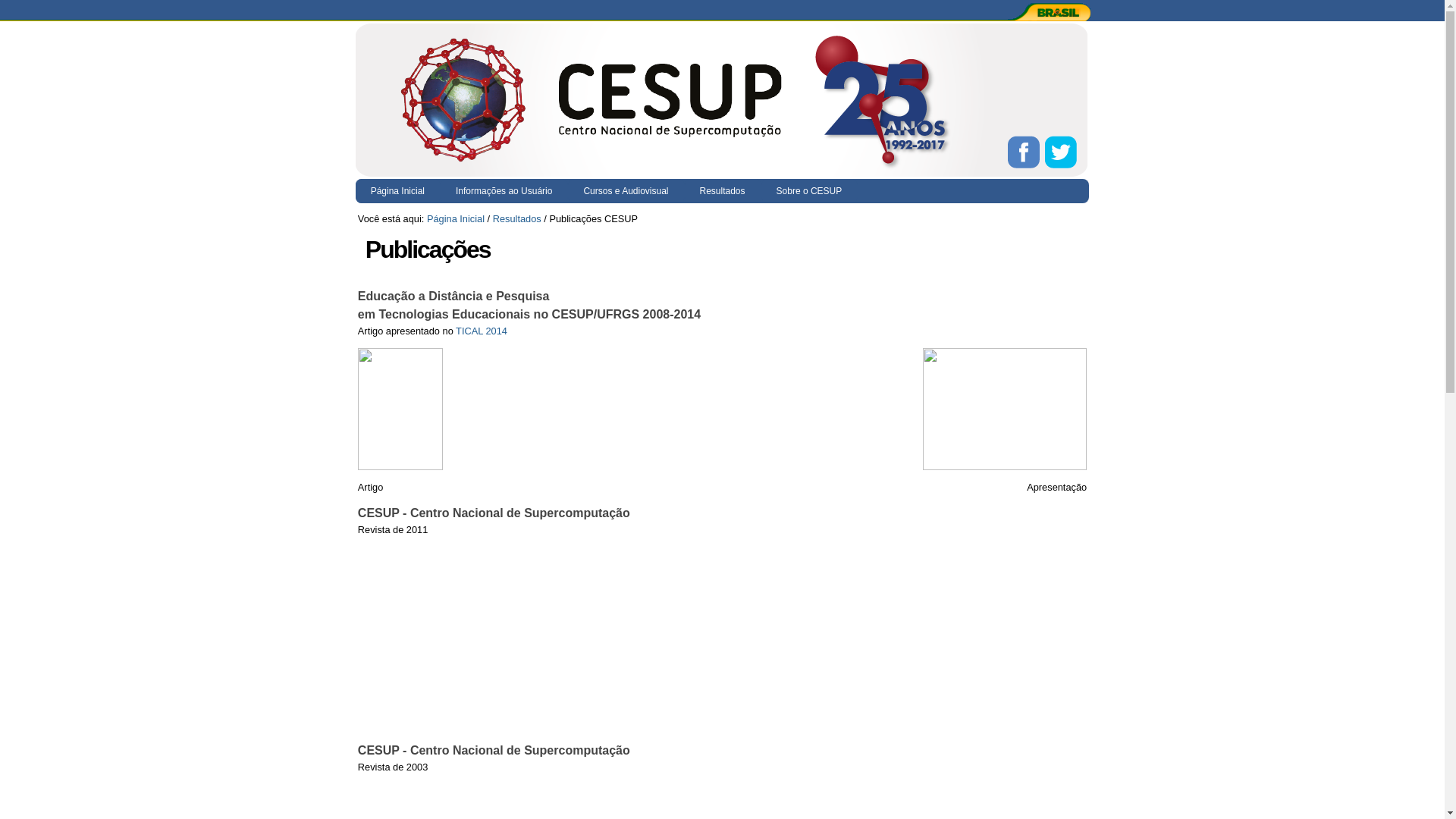 The image size is (1456, 819). What do you see at coordinates (683, 190) in the screenshot?
I see `'Resultados'` at bounding box center [683, 190].